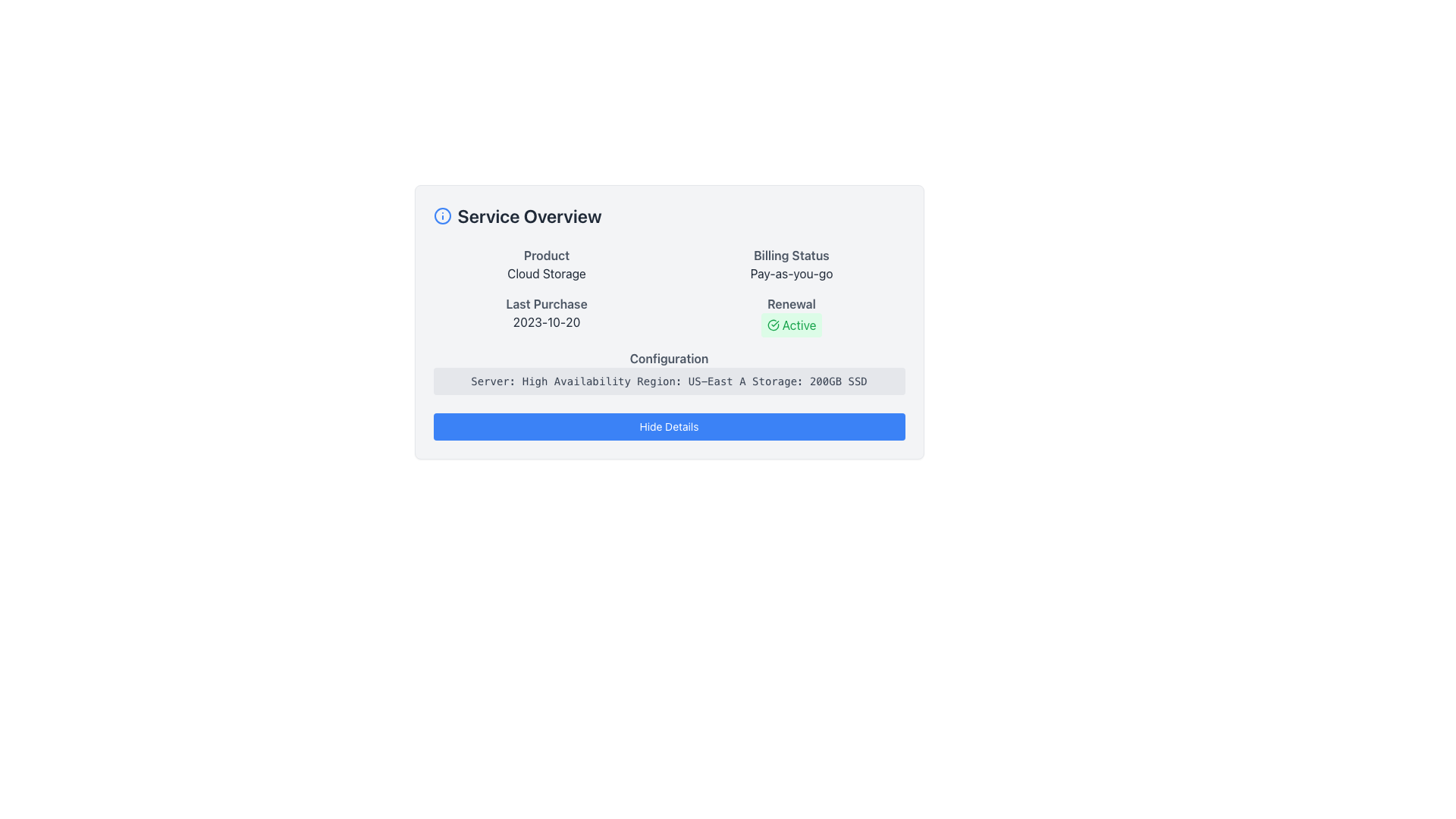 This screenshot has width=1456, height=819. I want to click on the information/help icon located to the left of the 'Service Overview' text in the top-left quadrant of the content card, so click(441, 216).